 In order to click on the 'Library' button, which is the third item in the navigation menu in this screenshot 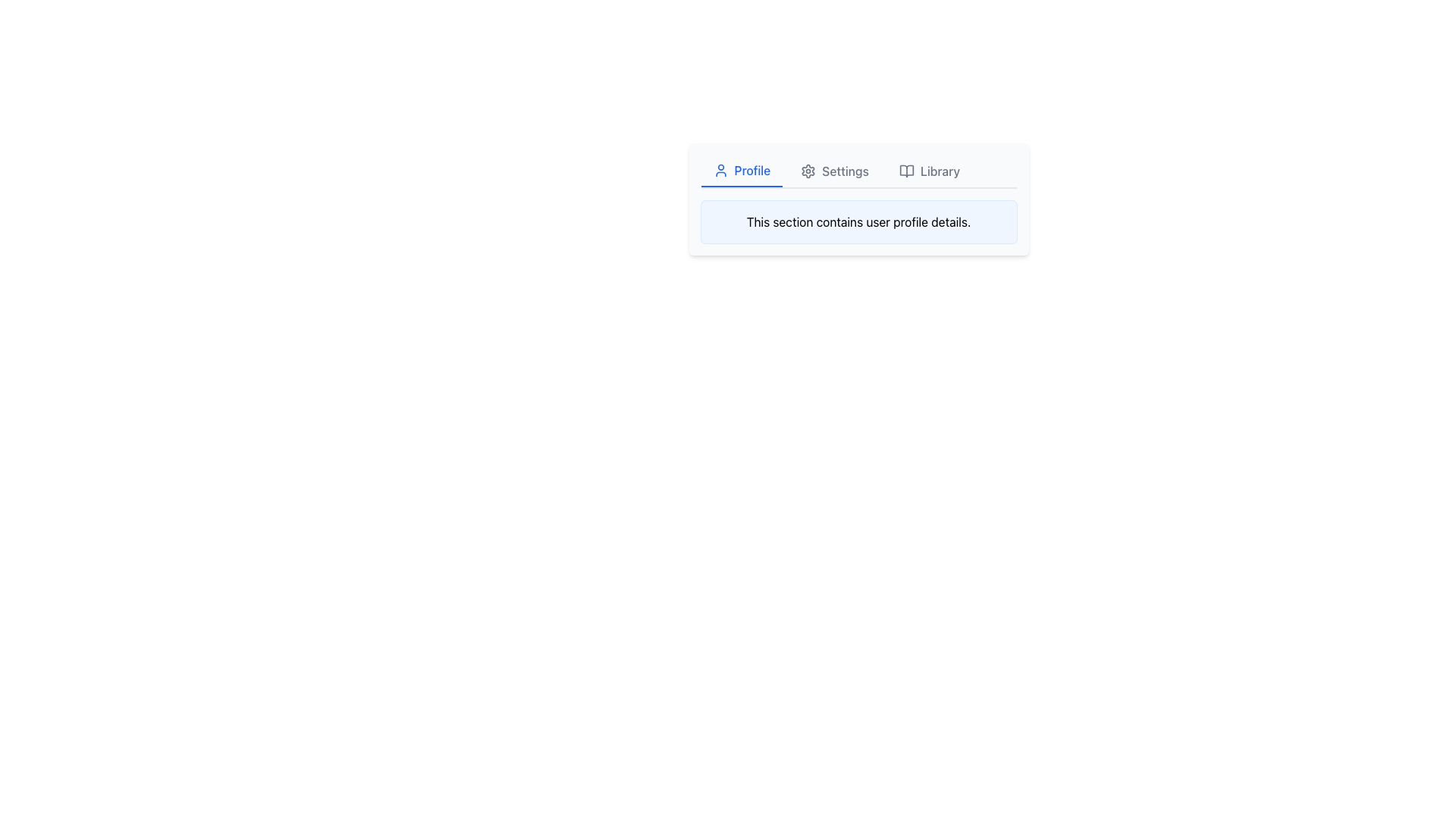, I will do `click(928, 171)`.